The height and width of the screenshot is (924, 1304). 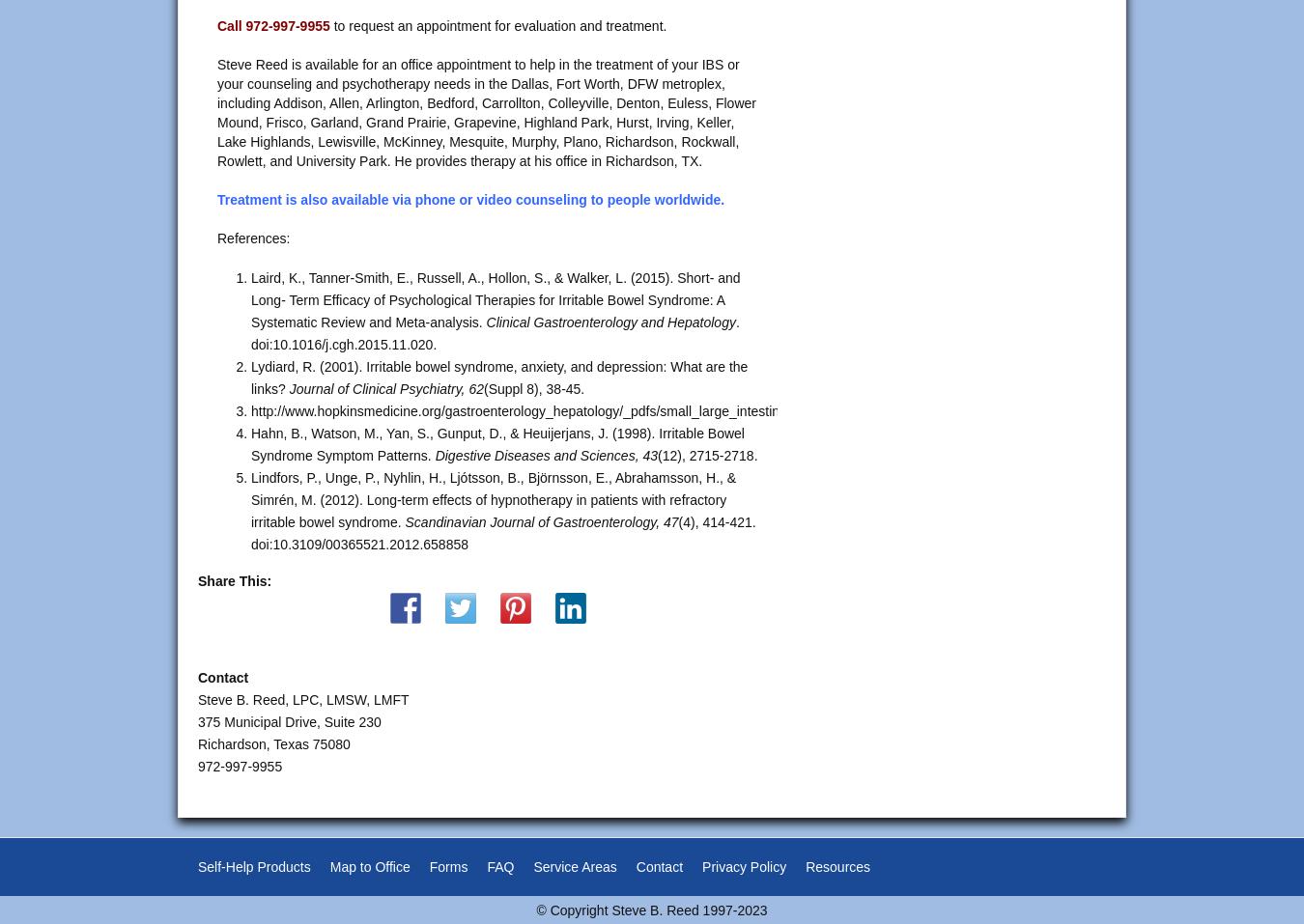 What do you see at coordinates (501, 533) in the screenshot?
I see `'(4), 414-421. doi:10.3109/00365521.2012.658858'` at bounding box center [501, 533].